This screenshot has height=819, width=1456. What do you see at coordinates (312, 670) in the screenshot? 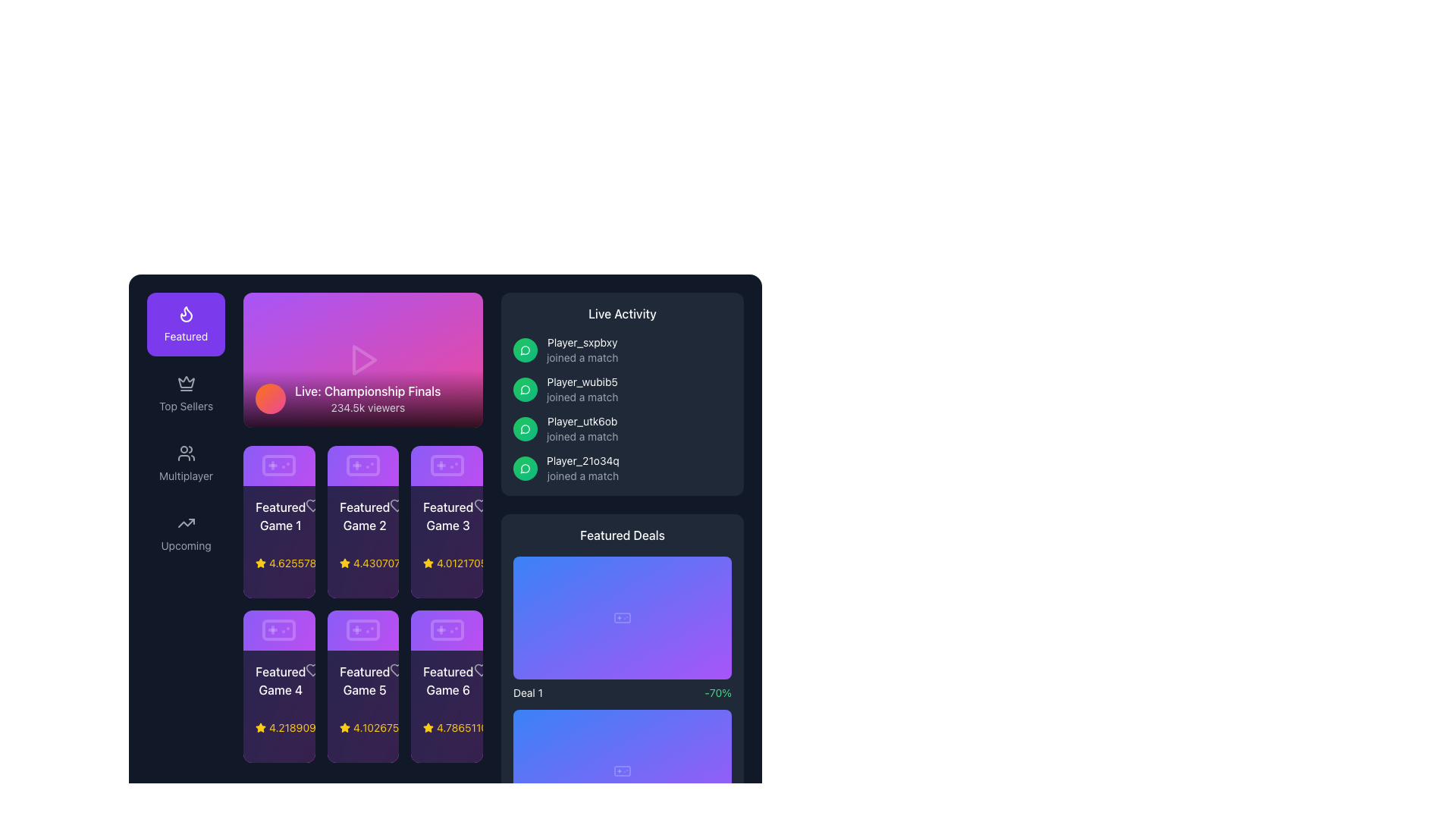
I see `the heart icon button` at bounding box center [312, 670].